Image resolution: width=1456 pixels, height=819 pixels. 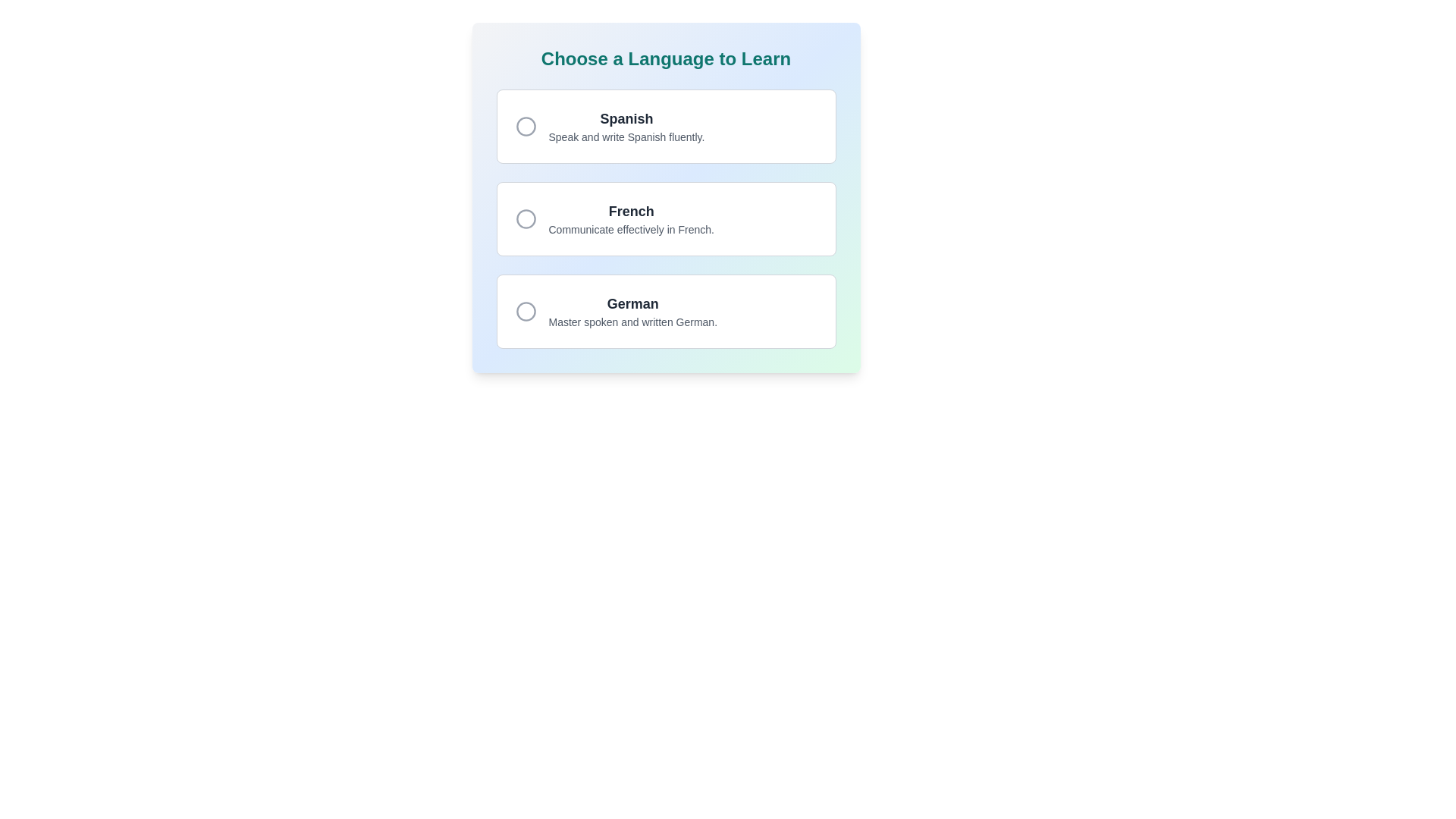 What do you see at coordinates (526, 125) in the screenshot?
I see `the Circular Icon associated with the 'Spanish' language option, which is positioned on the far left among three language choices` at bounding box center [526, 125].